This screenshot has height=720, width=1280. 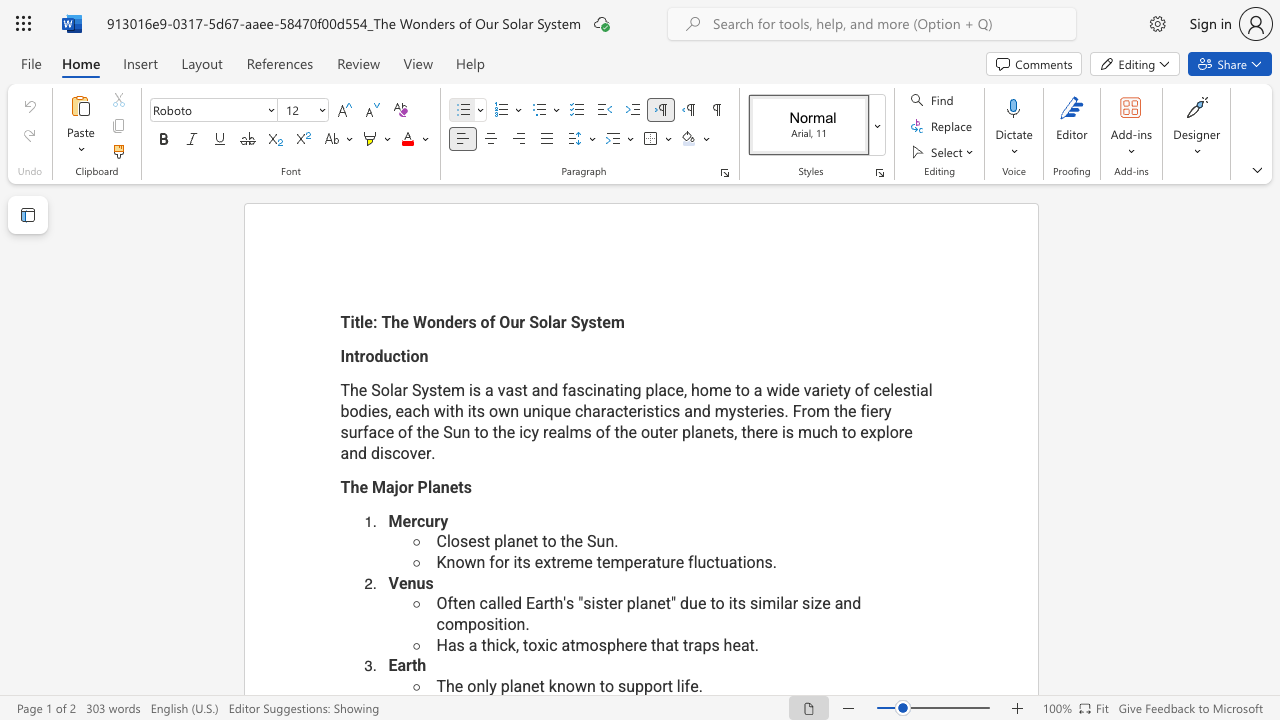 I want to click on the 1th character "a" in the text, so click(x=651, y=562).